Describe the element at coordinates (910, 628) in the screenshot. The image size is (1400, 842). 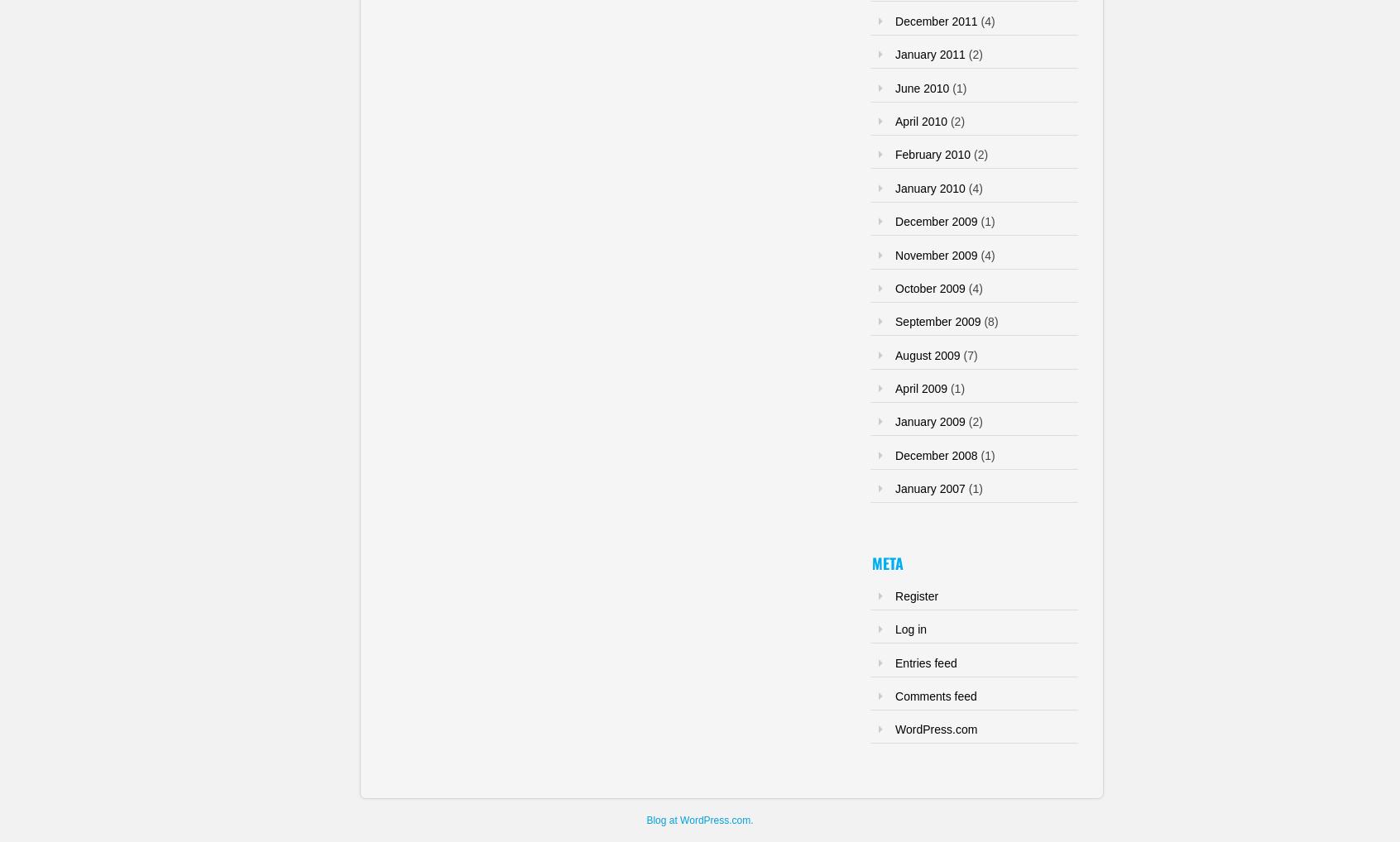
I see `'Log in'` at that location.